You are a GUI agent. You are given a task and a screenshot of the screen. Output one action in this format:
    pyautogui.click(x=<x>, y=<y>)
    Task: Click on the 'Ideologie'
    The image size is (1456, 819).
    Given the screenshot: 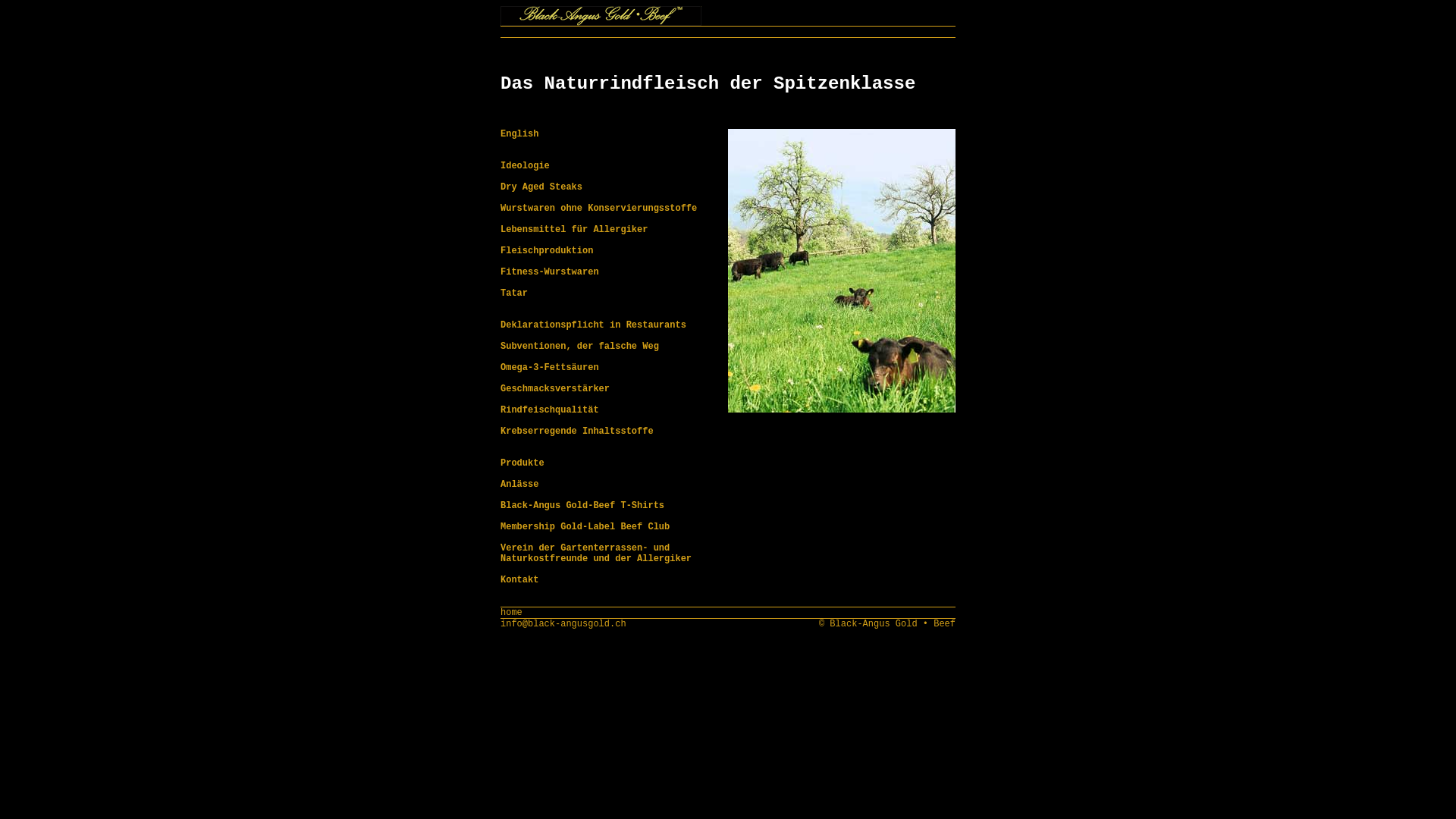 What is the action you would take?
    pyautogui.click(x=525, y=166)
    